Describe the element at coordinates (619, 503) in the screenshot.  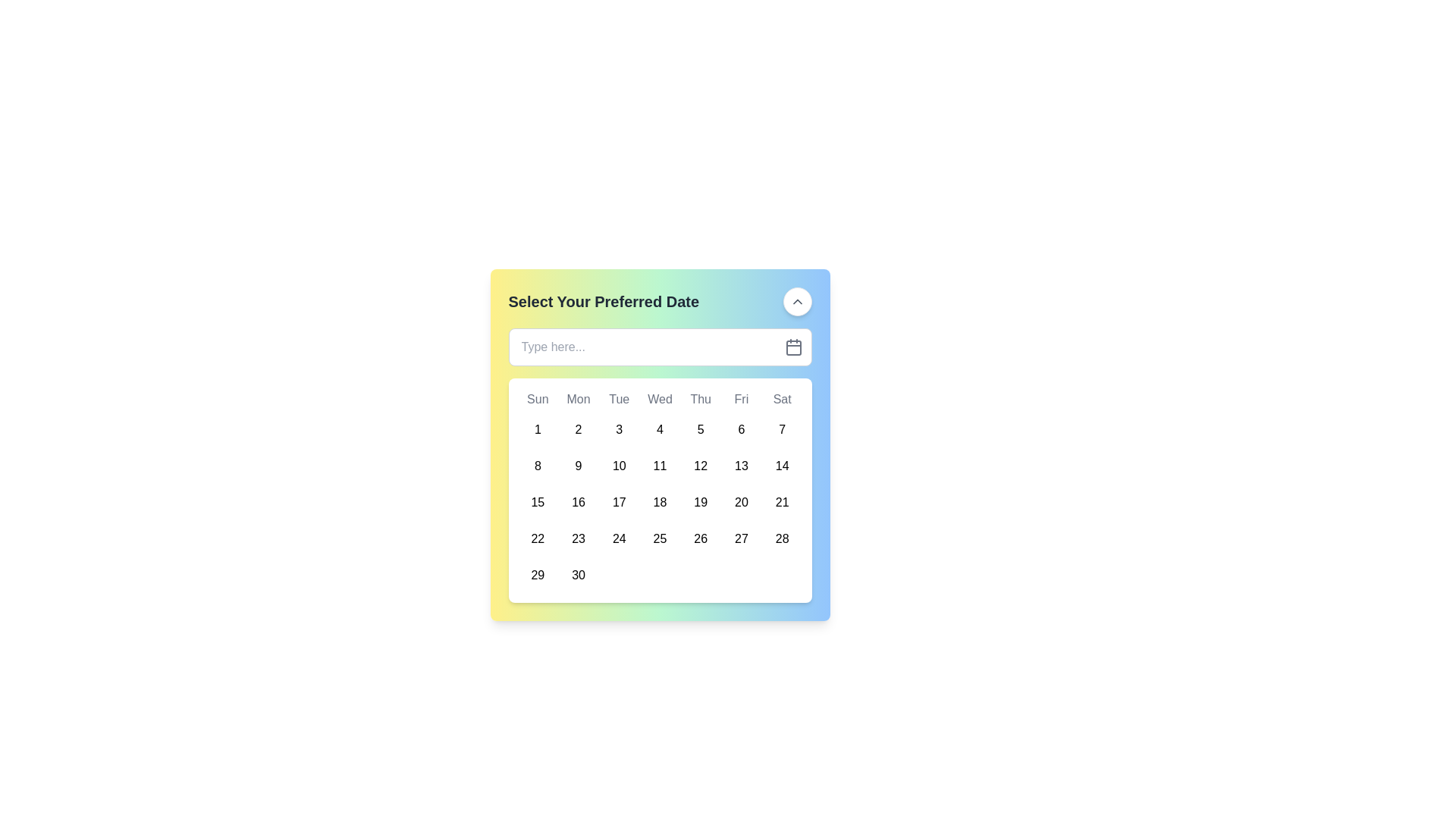
I see `the circular button displaying the number '17'` at that location.